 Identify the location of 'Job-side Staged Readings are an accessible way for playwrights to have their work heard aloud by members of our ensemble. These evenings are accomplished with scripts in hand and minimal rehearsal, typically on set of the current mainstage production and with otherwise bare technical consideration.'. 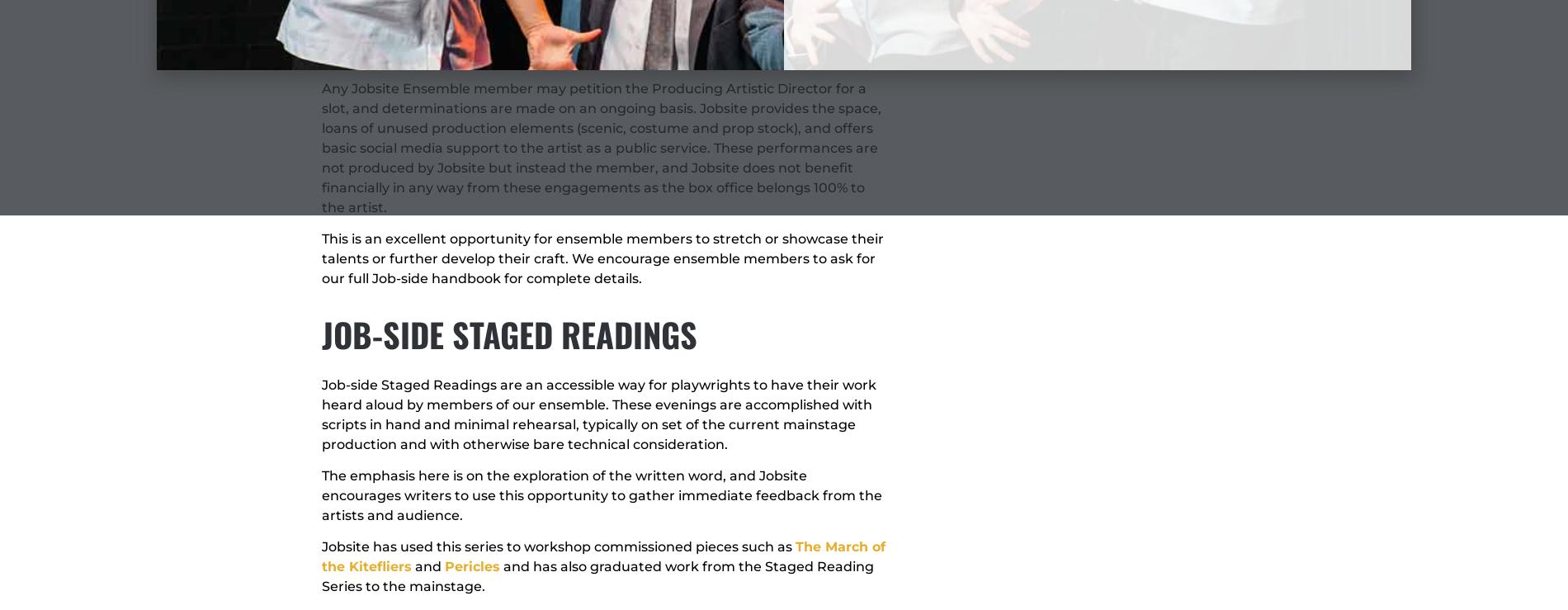
(597, 413).